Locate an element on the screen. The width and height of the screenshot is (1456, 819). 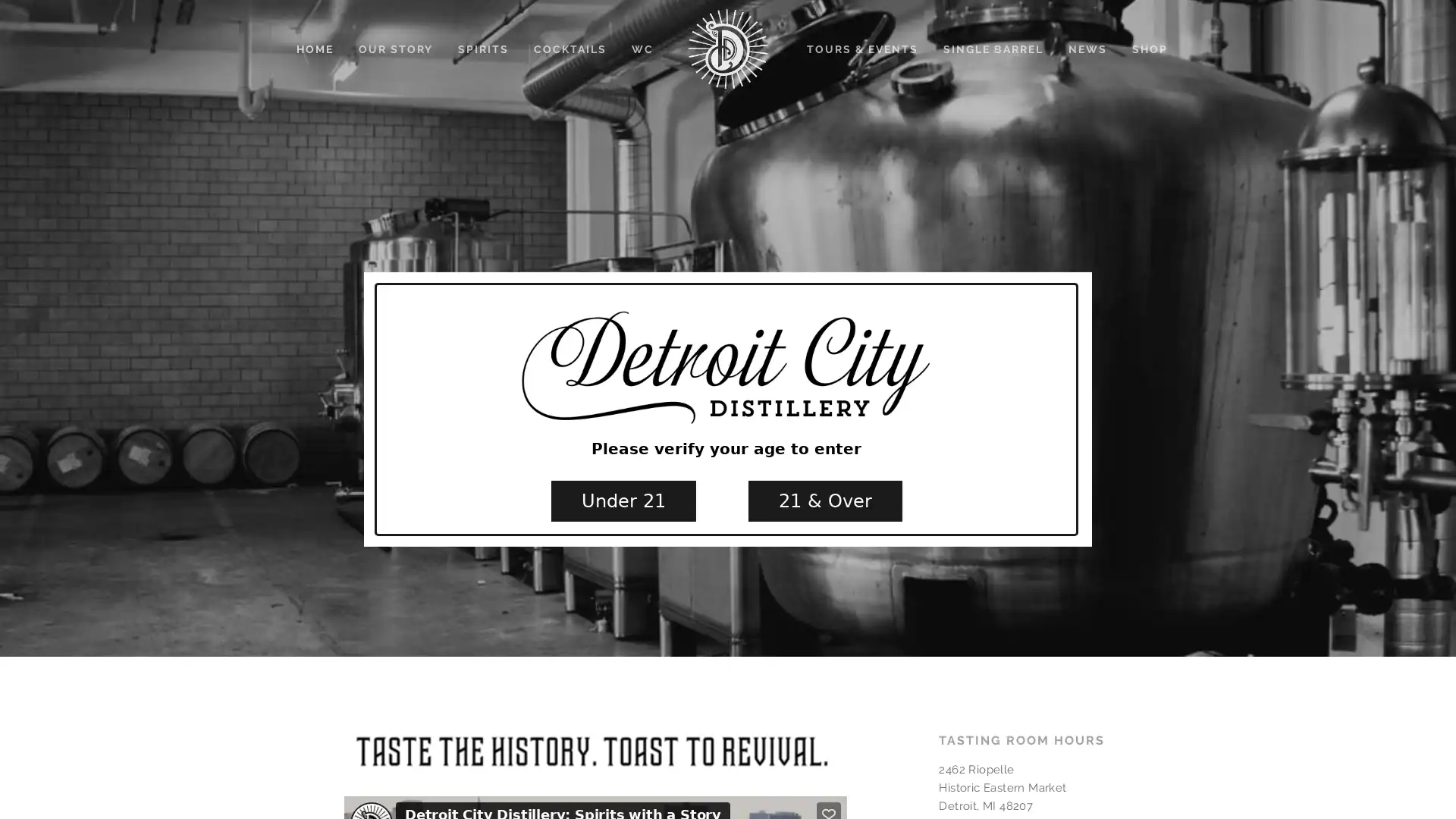
Under 21 is located at coordinates (623, 500).